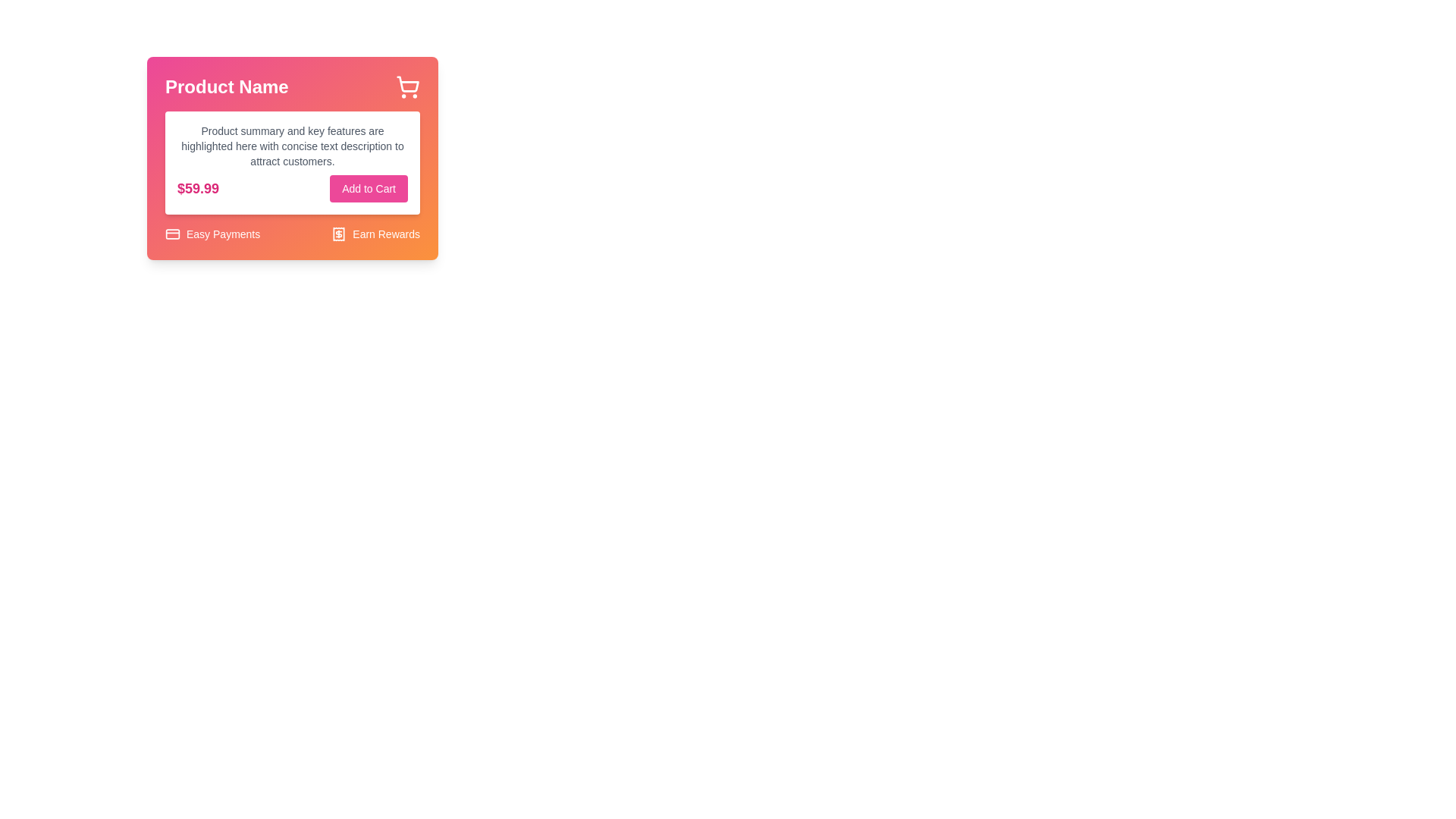 The height and width of the screenshot is (819, 1456). I want to click on the shopping cart icon located at the top-right corner of the gradient-colored card titled 'Product Name', so click(407, 87).